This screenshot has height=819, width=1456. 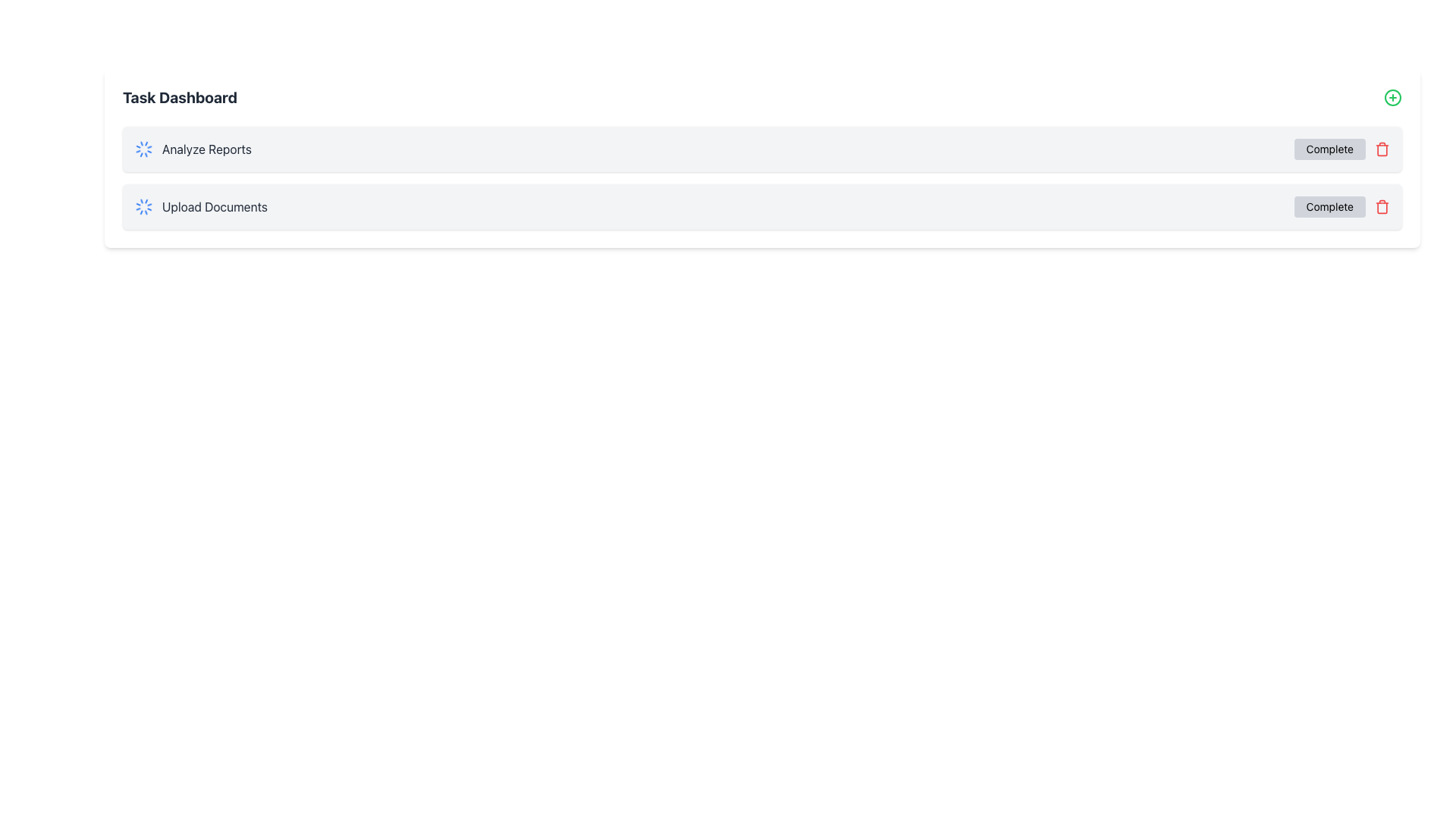 What do you see at coordinates (762, 207) in the screenshot?
I see `the 'Complete' button of the task labeled 'Upload Documents' in the task list to mark it as done` at bounding box center [762, 207].